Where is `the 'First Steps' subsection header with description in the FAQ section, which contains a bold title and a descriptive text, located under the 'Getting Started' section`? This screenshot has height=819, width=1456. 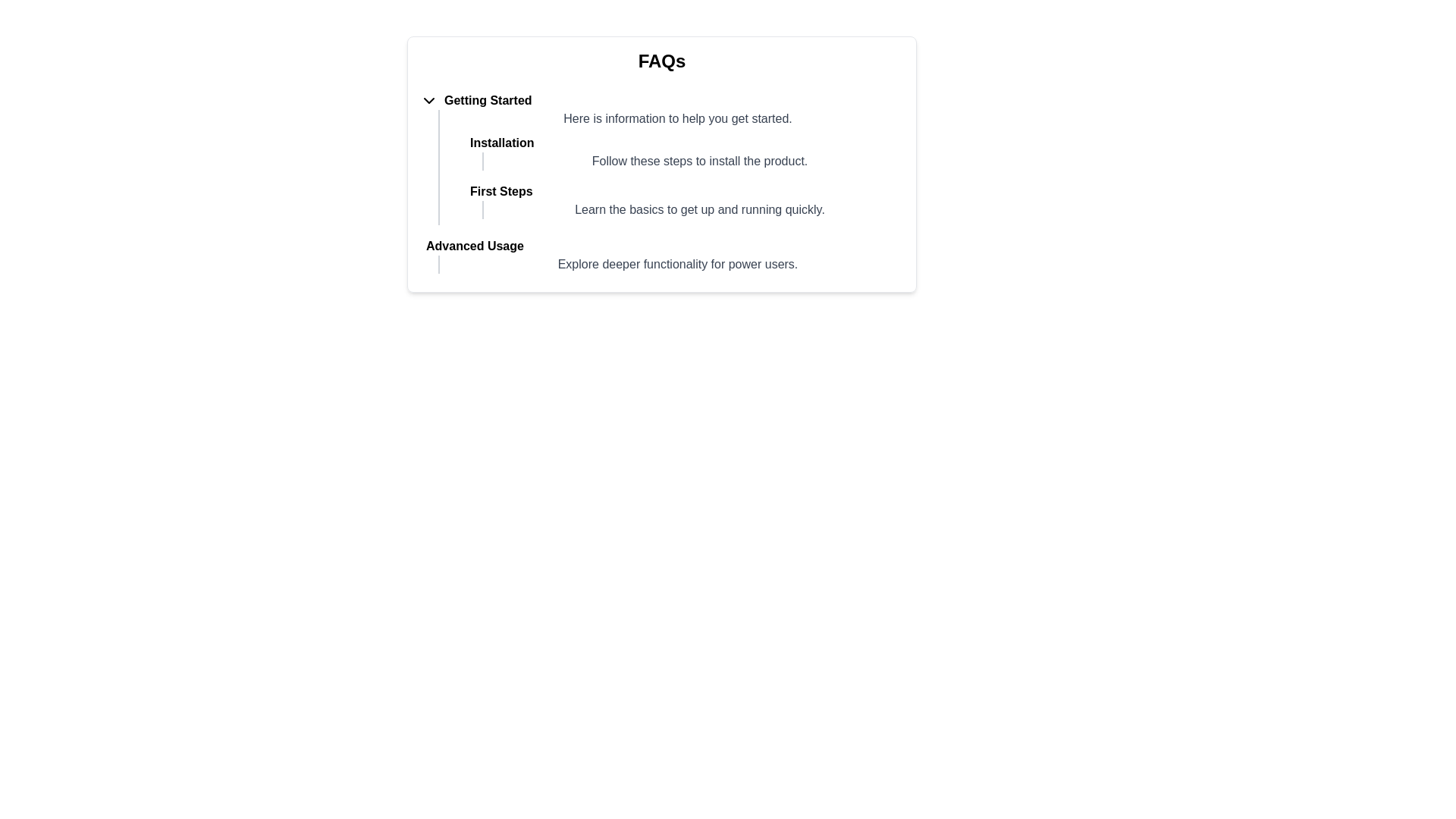 the 'First Steps' subsection header with description in the FAQ section, which contains a bold title and a descriptive text, located under the 'Getting Started' section is located at coordinates (676, 200).